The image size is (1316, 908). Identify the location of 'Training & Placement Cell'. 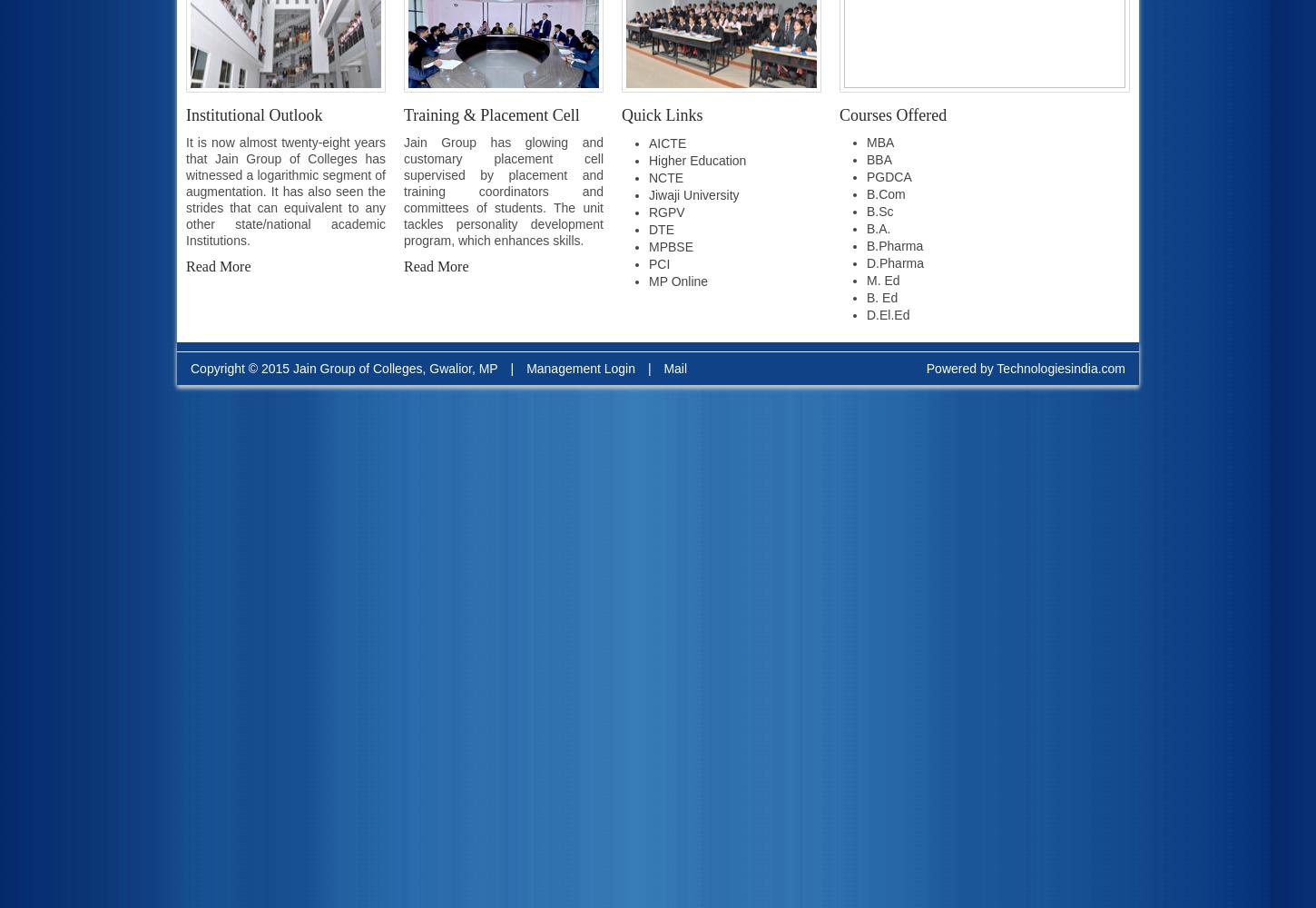
(491, 115).